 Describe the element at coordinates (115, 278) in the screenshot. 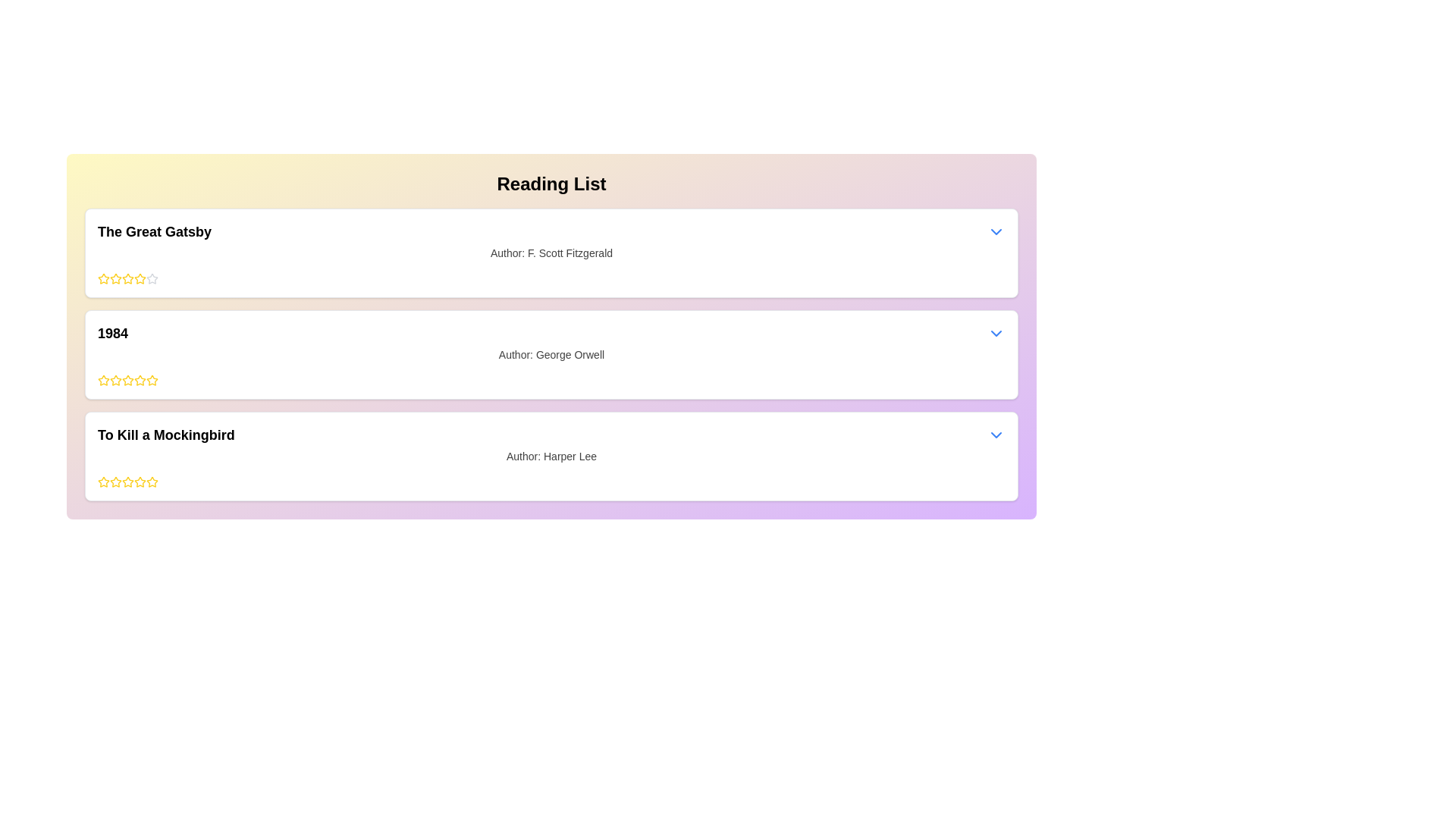

I see `the first rating star icon for 'The Great Gatsby'` at that location.